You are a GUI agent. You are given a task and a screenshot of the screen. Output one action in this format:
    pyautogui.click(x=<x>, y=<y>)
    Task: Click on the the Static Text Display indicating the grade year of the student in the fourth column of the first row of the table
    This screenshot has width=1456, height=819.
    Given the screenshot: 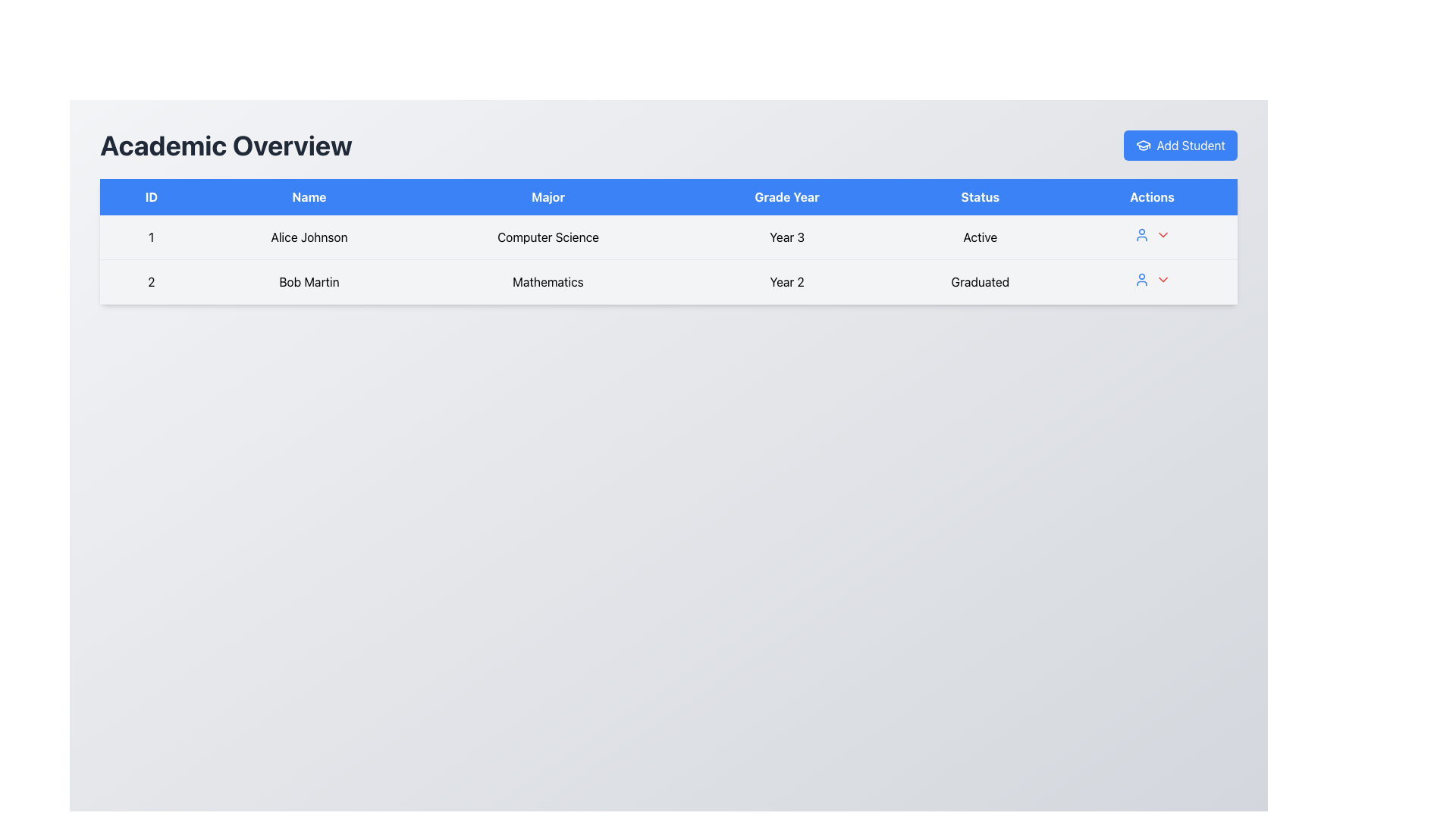 What is the action you would take?
    pyautogui.click(x=787, y=237)
    